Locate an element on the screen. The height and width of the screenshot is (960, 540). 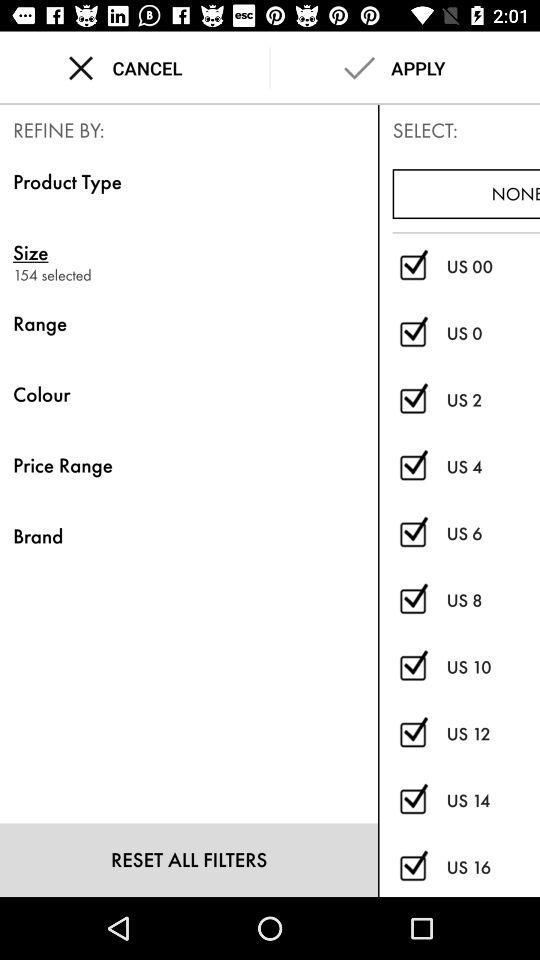
zero dollar check box is located at coordinates (412, 266).